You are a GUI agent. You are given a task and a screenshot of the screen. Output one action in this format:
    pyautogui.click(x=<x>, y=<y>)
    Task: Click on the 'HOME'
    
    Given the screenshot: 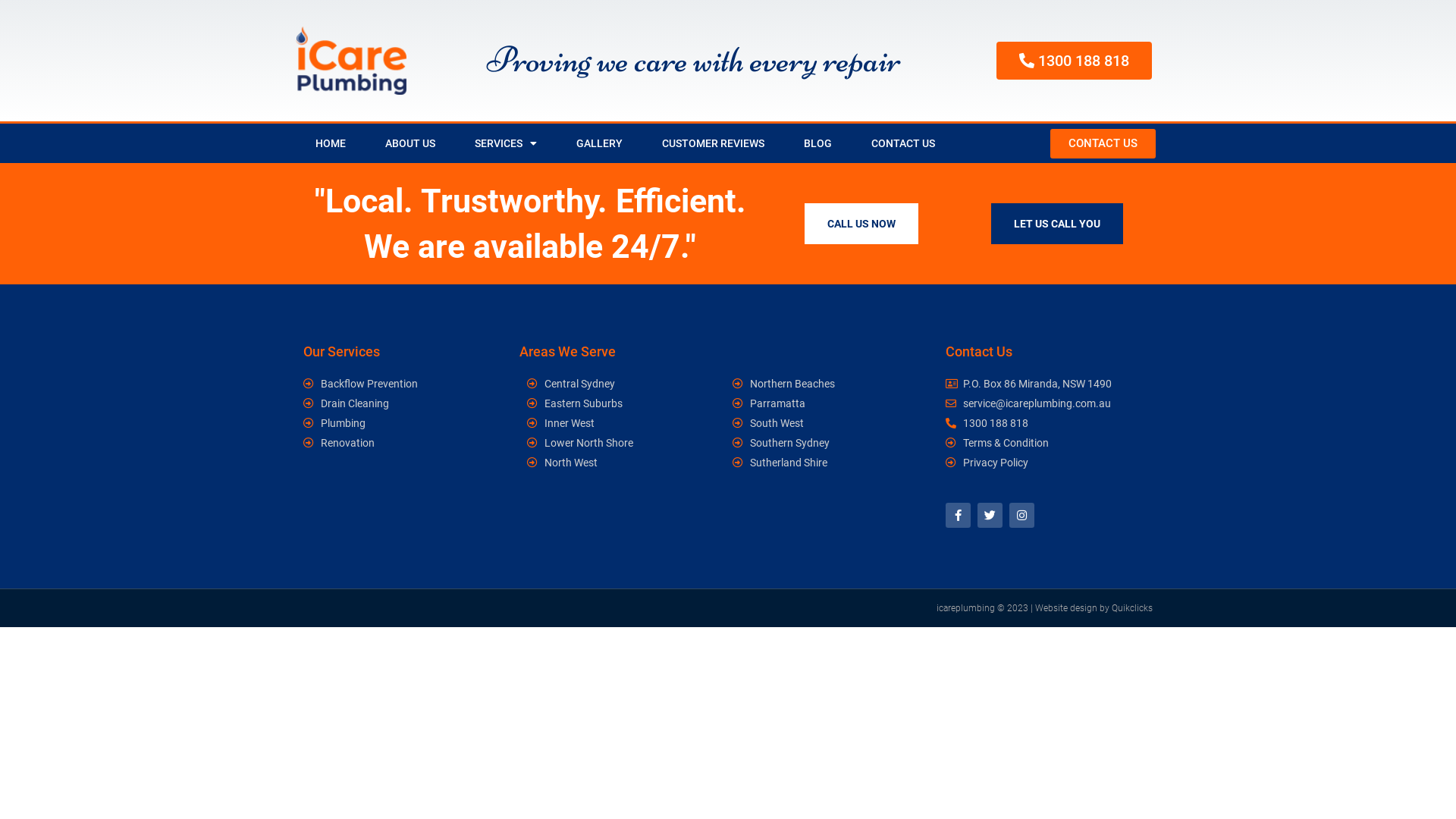 What is the action you would take?
    pyautogui.click(x=330, y=143)
    